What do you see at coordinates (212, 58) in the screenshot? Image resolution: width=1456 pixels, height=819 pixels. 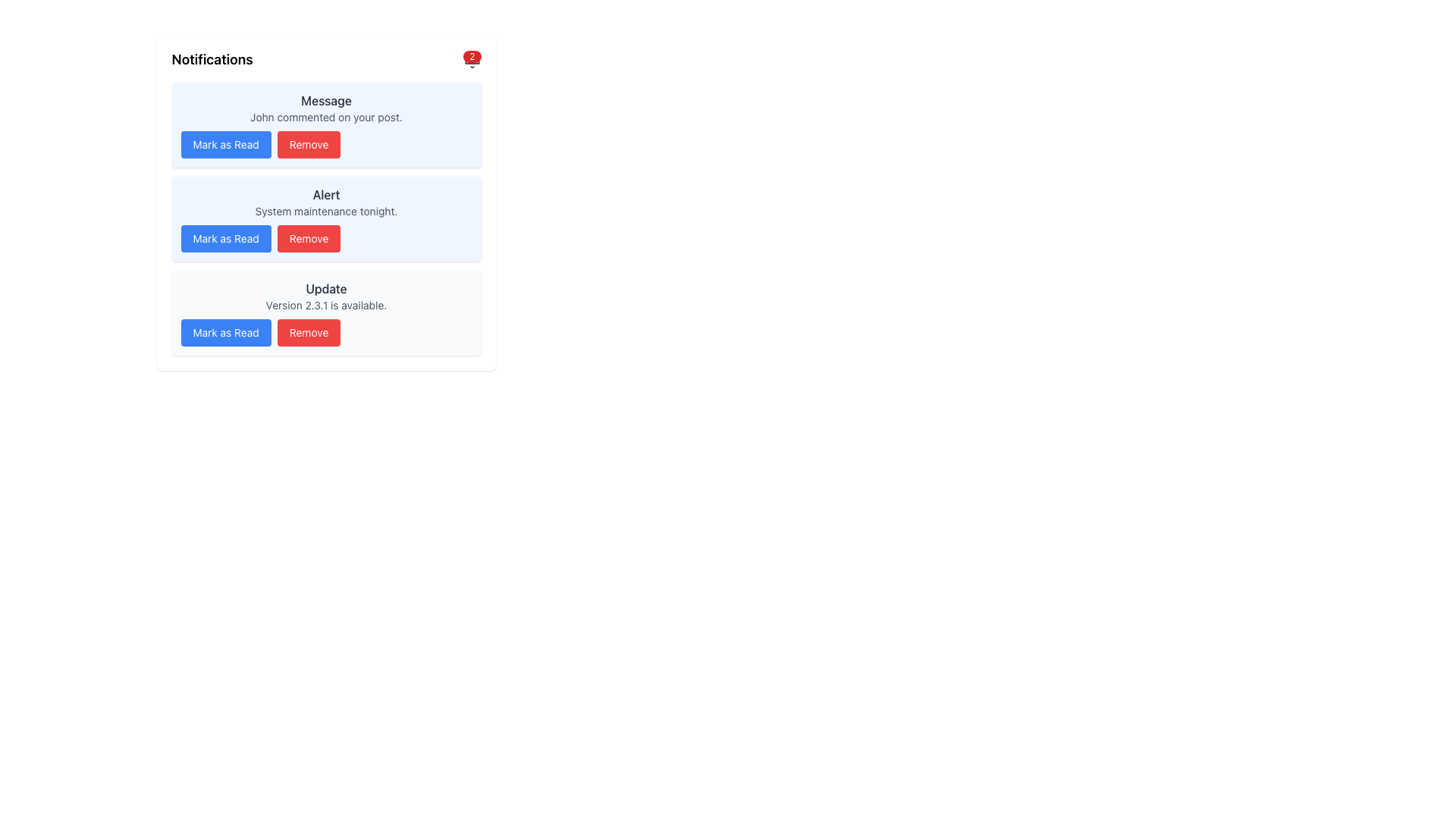 I see `the text label positioned at the top-left corner of the notification panel, which serves as a heading for the notification section` at bounding box center [212, 58].